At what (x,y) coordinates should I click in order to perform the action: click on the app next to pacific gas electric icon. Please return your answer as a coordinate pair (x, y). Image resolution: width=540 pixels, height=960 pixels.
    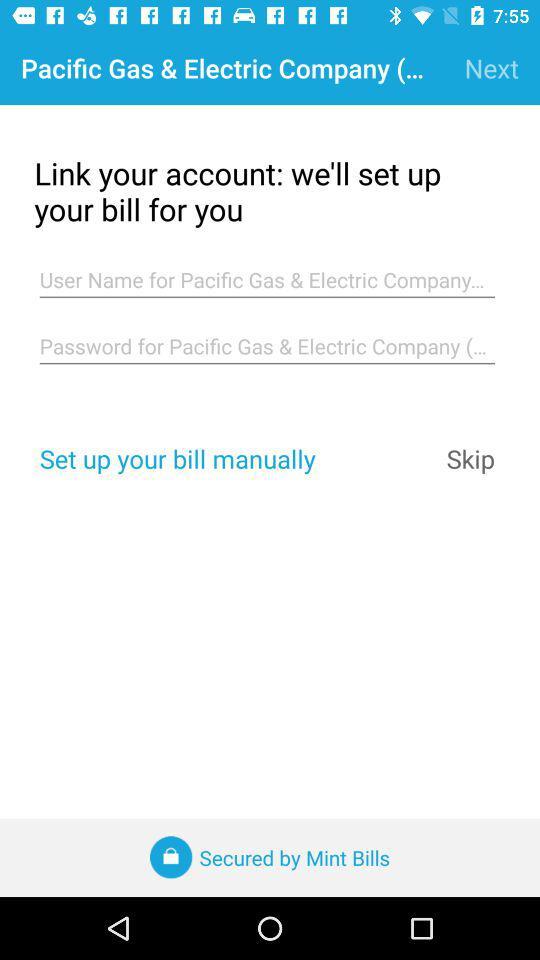
    Looking at the image, I should click on (490, 68).